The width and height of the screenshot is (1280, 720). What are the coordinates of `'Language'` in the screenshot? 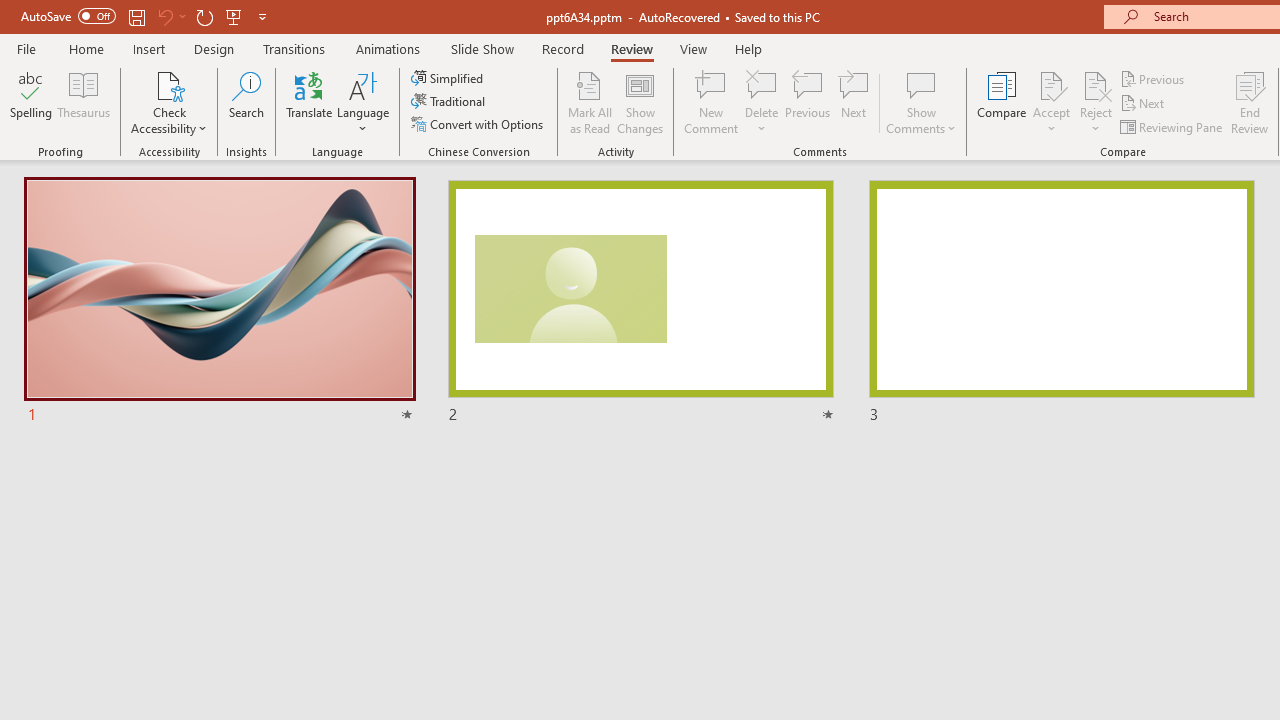 It's located at (363, 103).